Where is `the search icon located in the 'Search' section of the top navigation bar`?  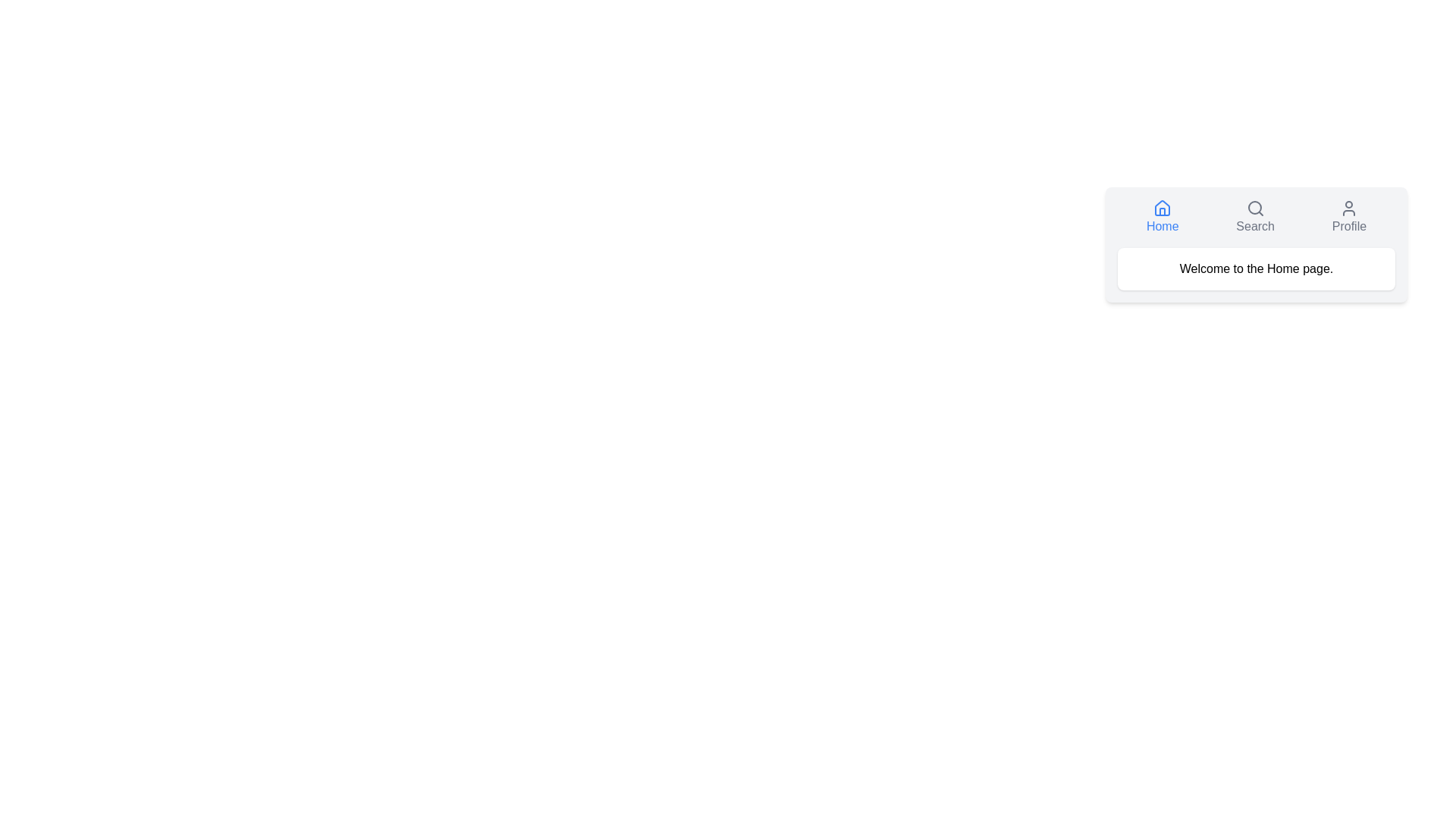 the search icon located in the 'Search' section of the top navigation bar is located at coordinates (1255, 208).